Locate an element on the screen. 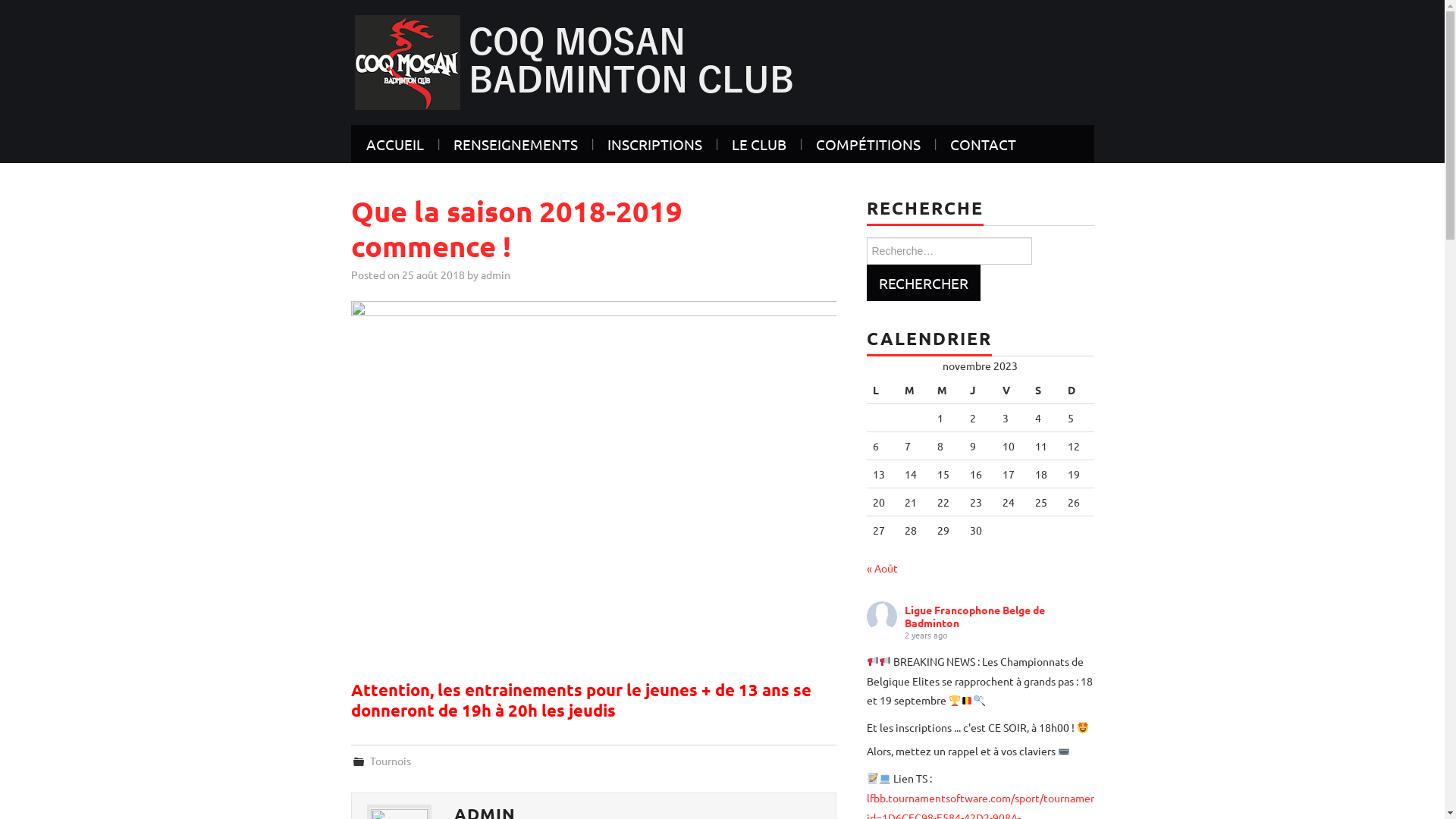  'admin' is located at coordinates (495, 275).